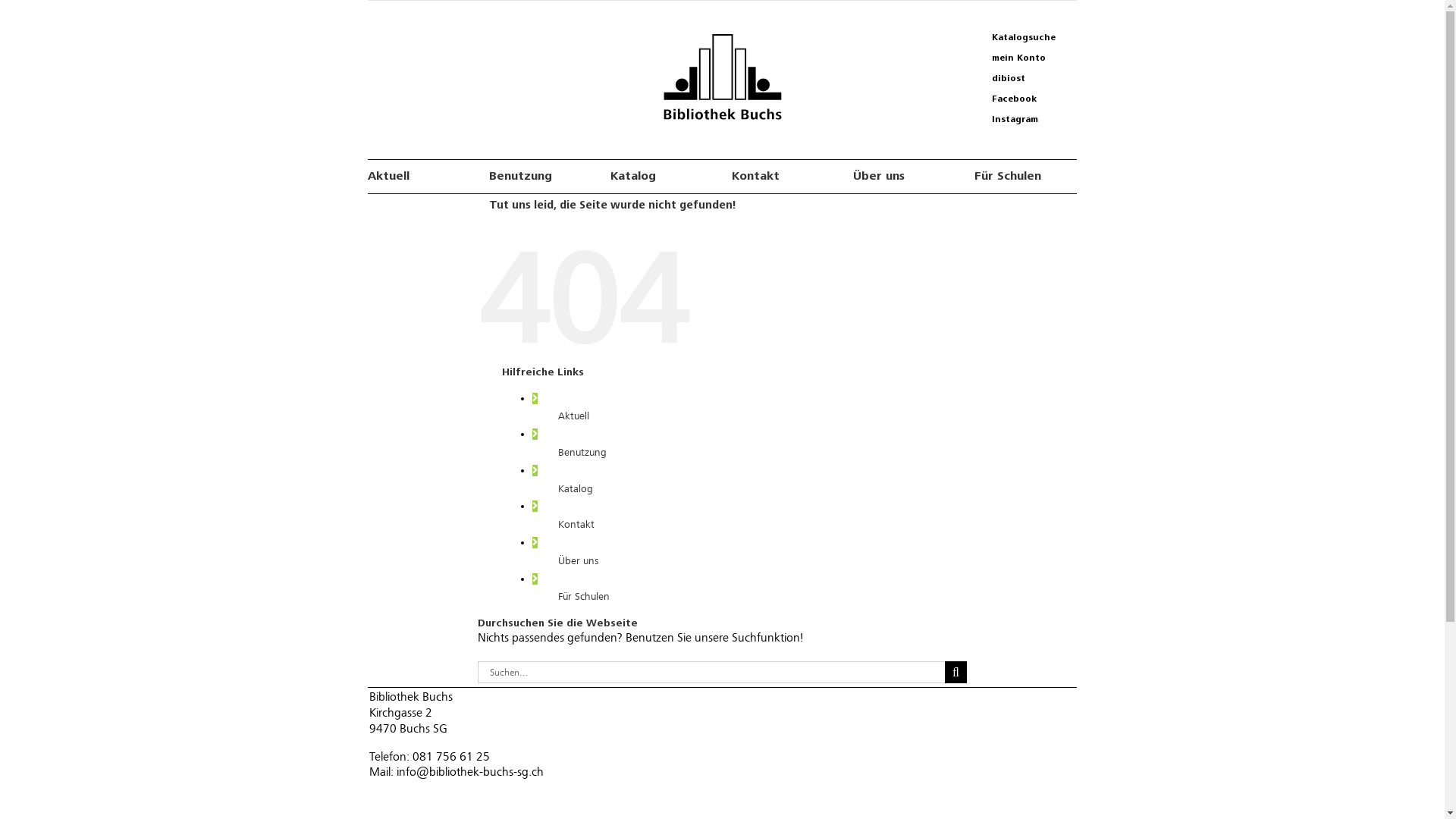 The height and width of the screenshot is (819, 1456). I want to click on '081 756 61 25', so click(450, 757).